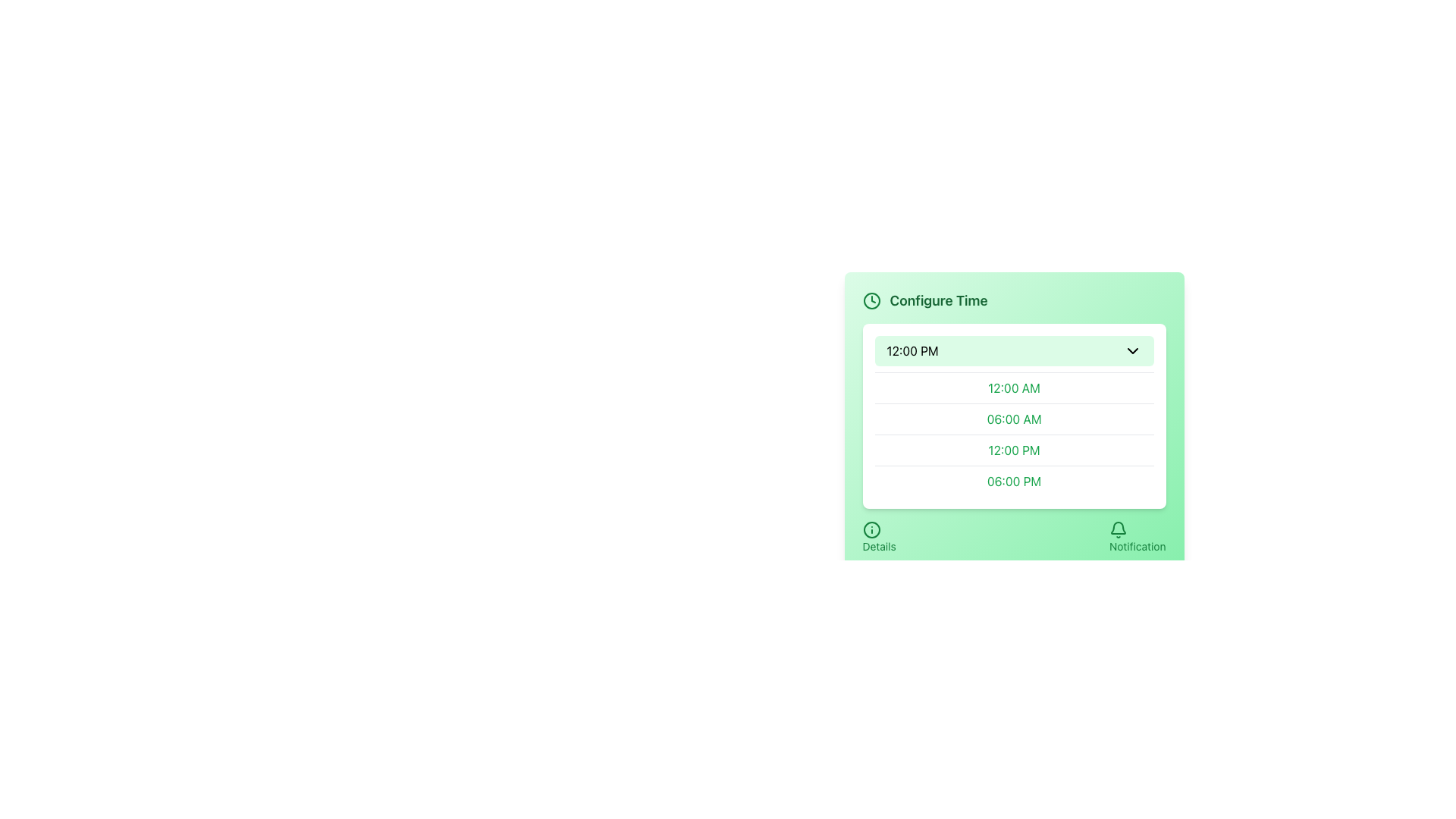 Image resolution: width=1456 pixels, height=819 pixels. Describe the element at coordinates (1014, 388) in the screenshot. I see `the first item in the dropdown menu` at that location.